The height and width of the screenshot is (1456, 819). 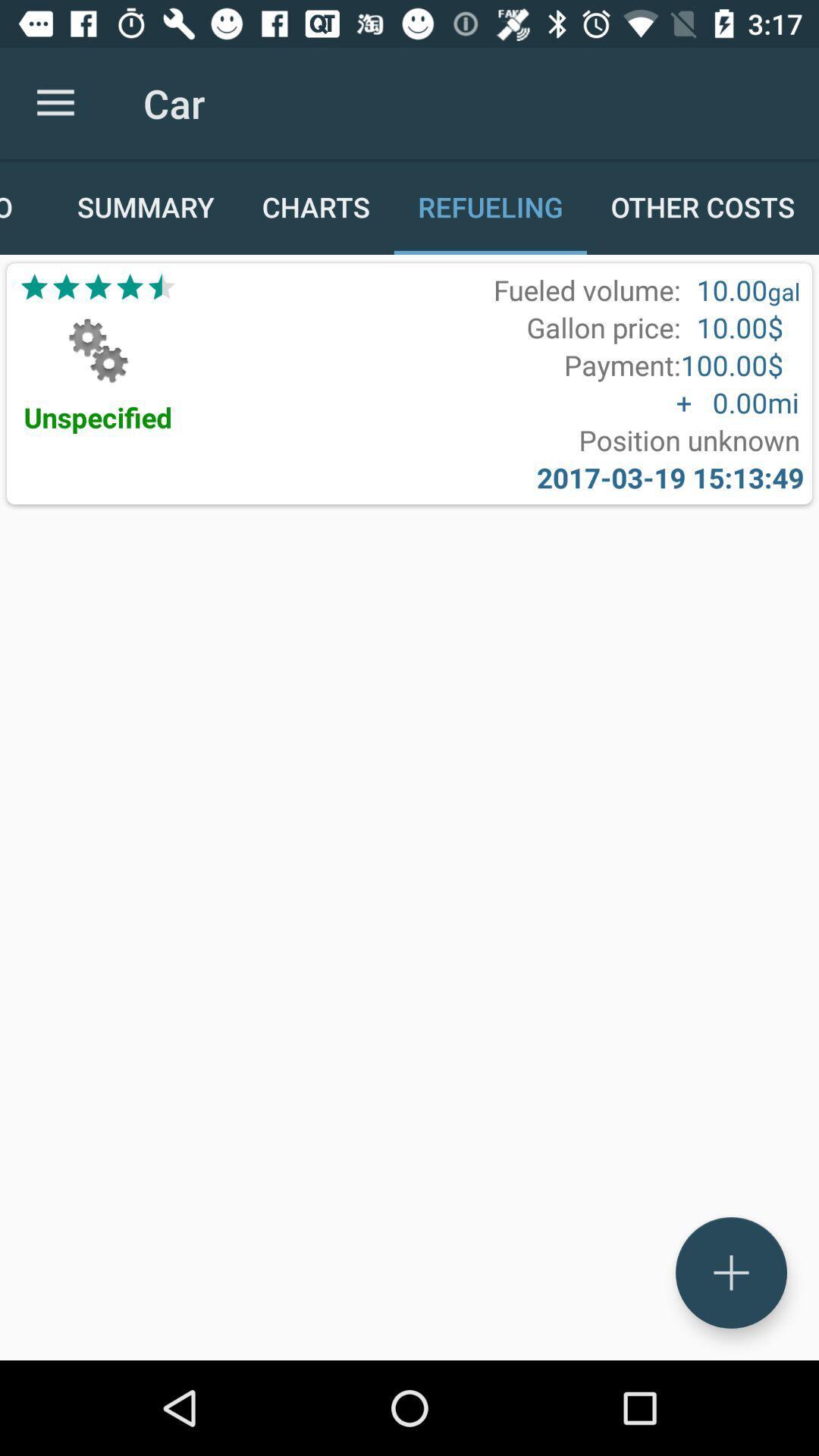 I want to click on 2017 03 19 icon, so click(x=670, y=476).